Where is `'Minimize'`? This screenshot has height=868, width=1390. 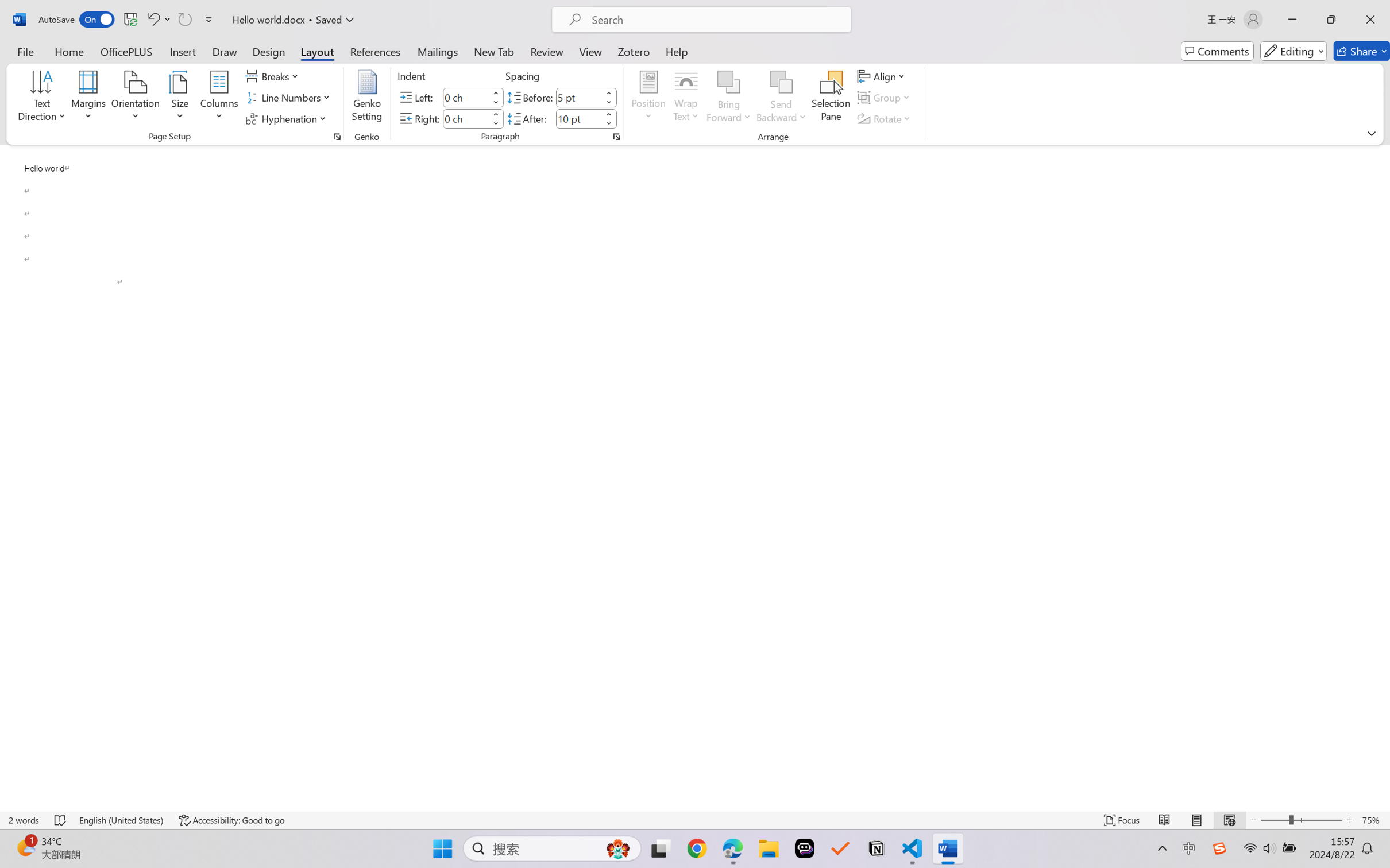 'Minimize' is located at coordinates (1292, 19).